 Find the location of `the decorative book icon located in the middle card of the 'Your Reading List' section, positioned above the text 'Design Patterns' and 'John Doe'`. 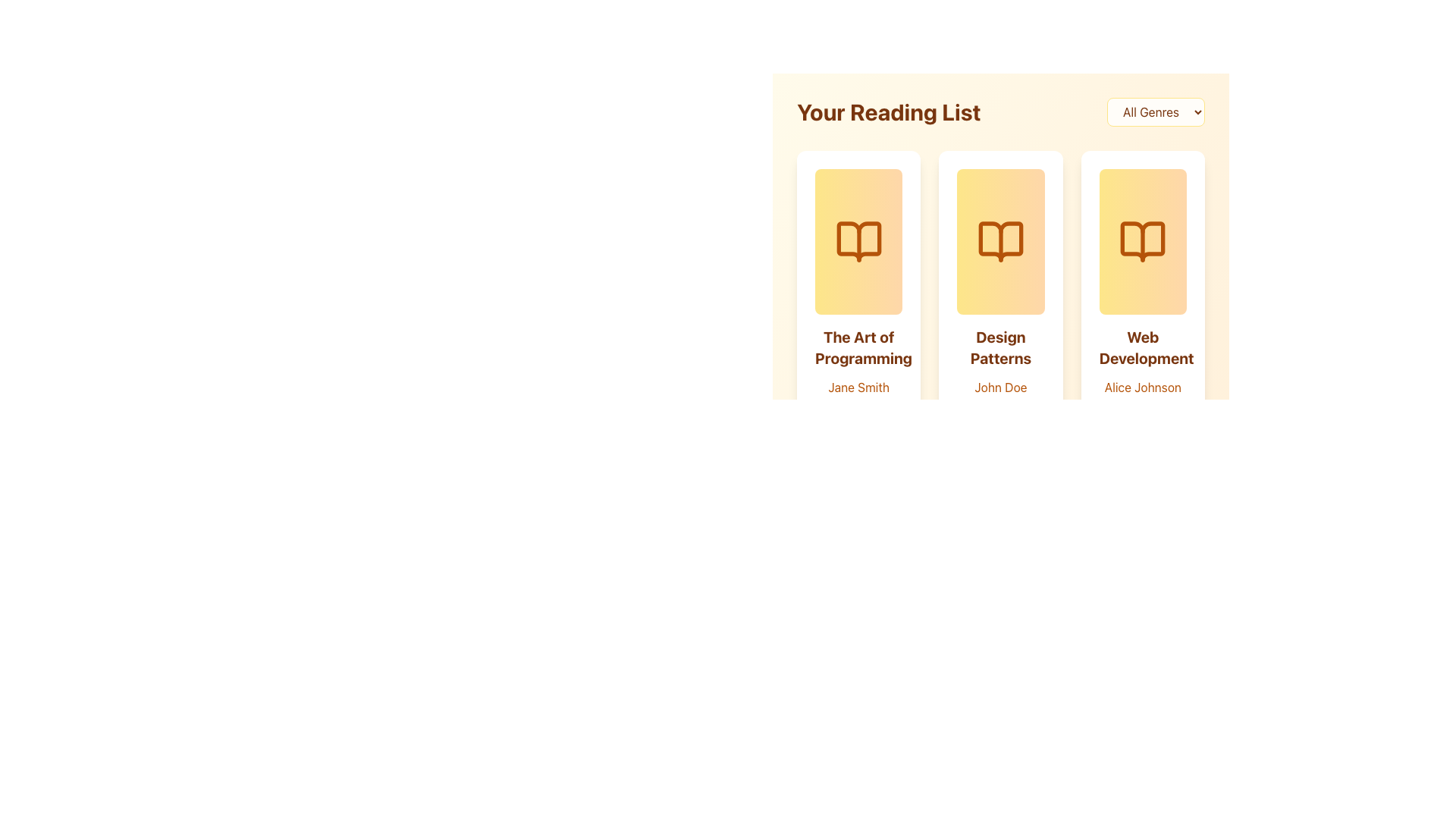

the decorative book icon located in the middle card of the 'Your Reading List' section, positioned above the text 'Design Patterns' and 'John Doe' is located at coordinates (1001, 241).